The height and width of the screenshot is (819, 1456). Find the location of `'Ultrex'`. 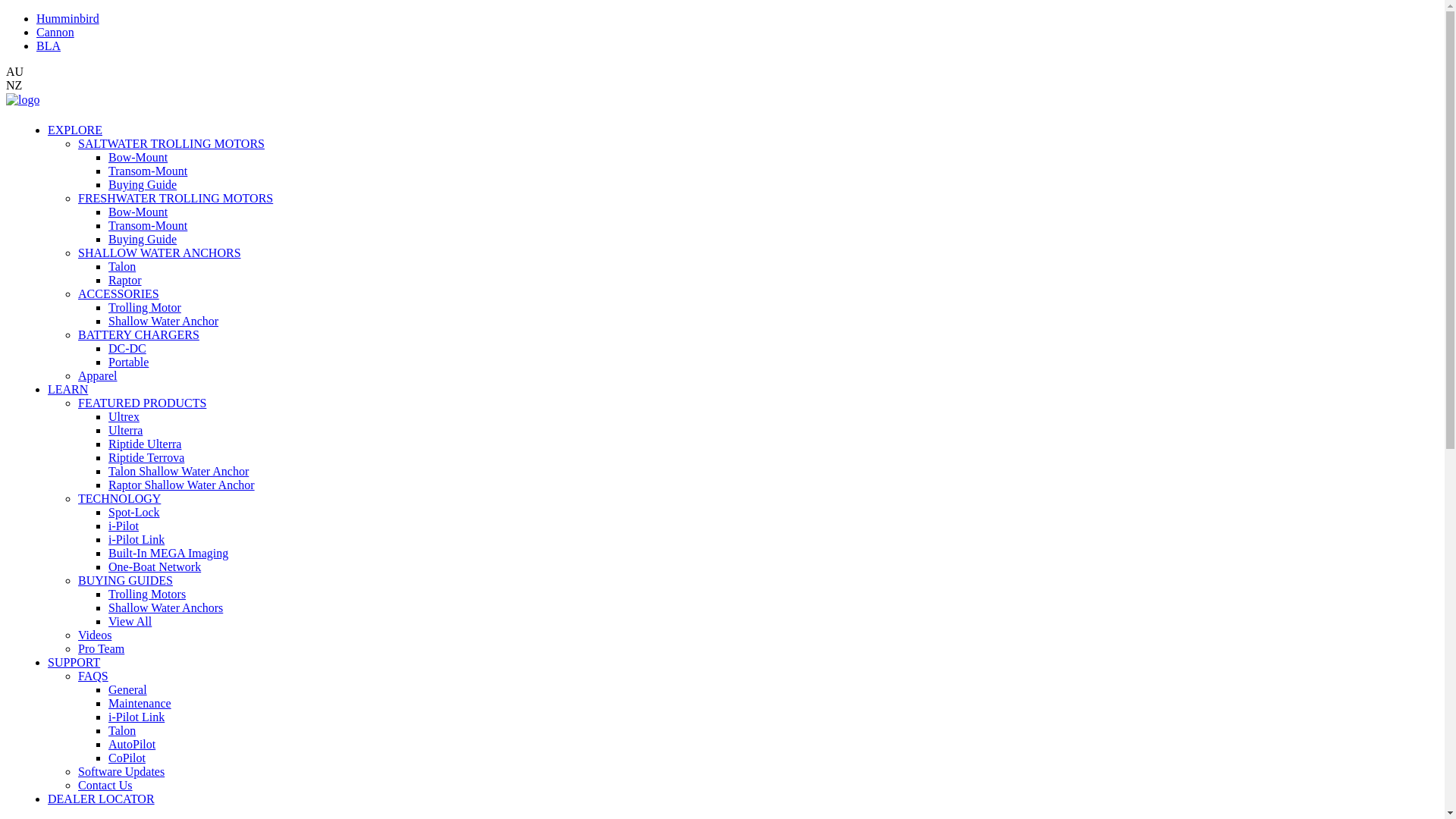

'Ultrex' is located at coordinates (124, 416).